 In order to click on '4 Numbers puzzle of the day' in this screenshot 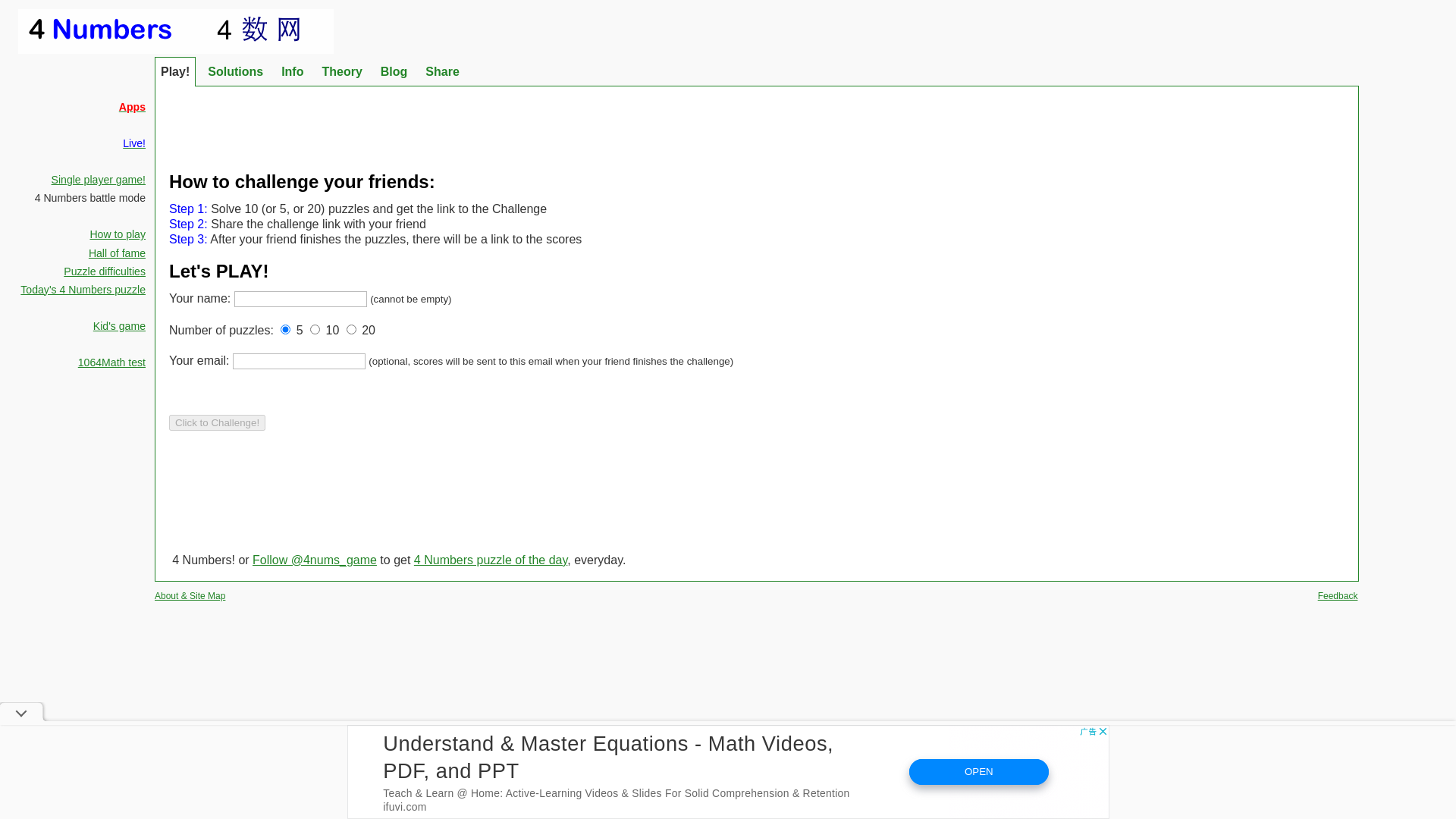, I will do `click(414, 560)`.